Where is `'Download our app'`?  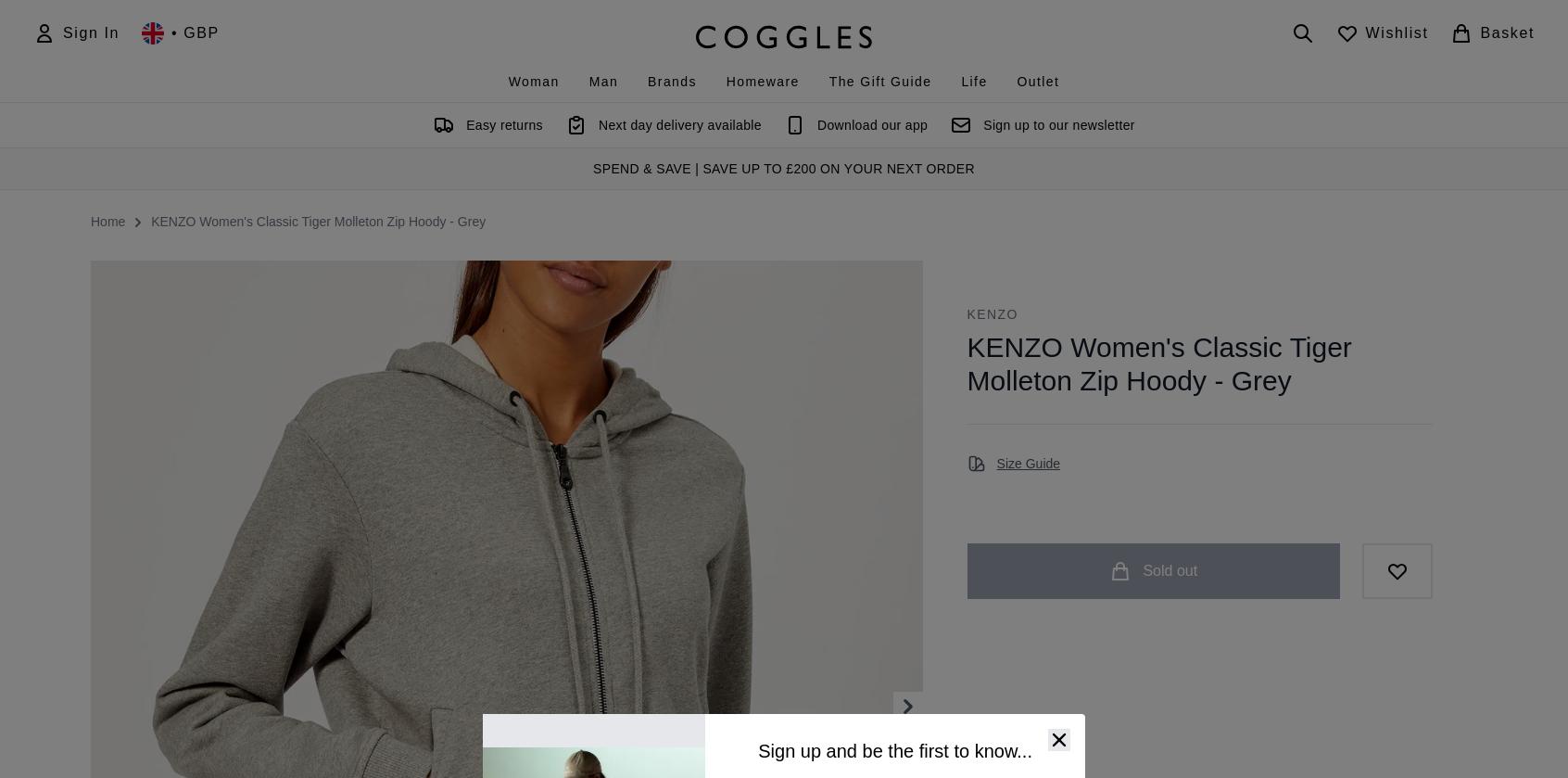
'Download our app' is located at coordinates (871, 124).